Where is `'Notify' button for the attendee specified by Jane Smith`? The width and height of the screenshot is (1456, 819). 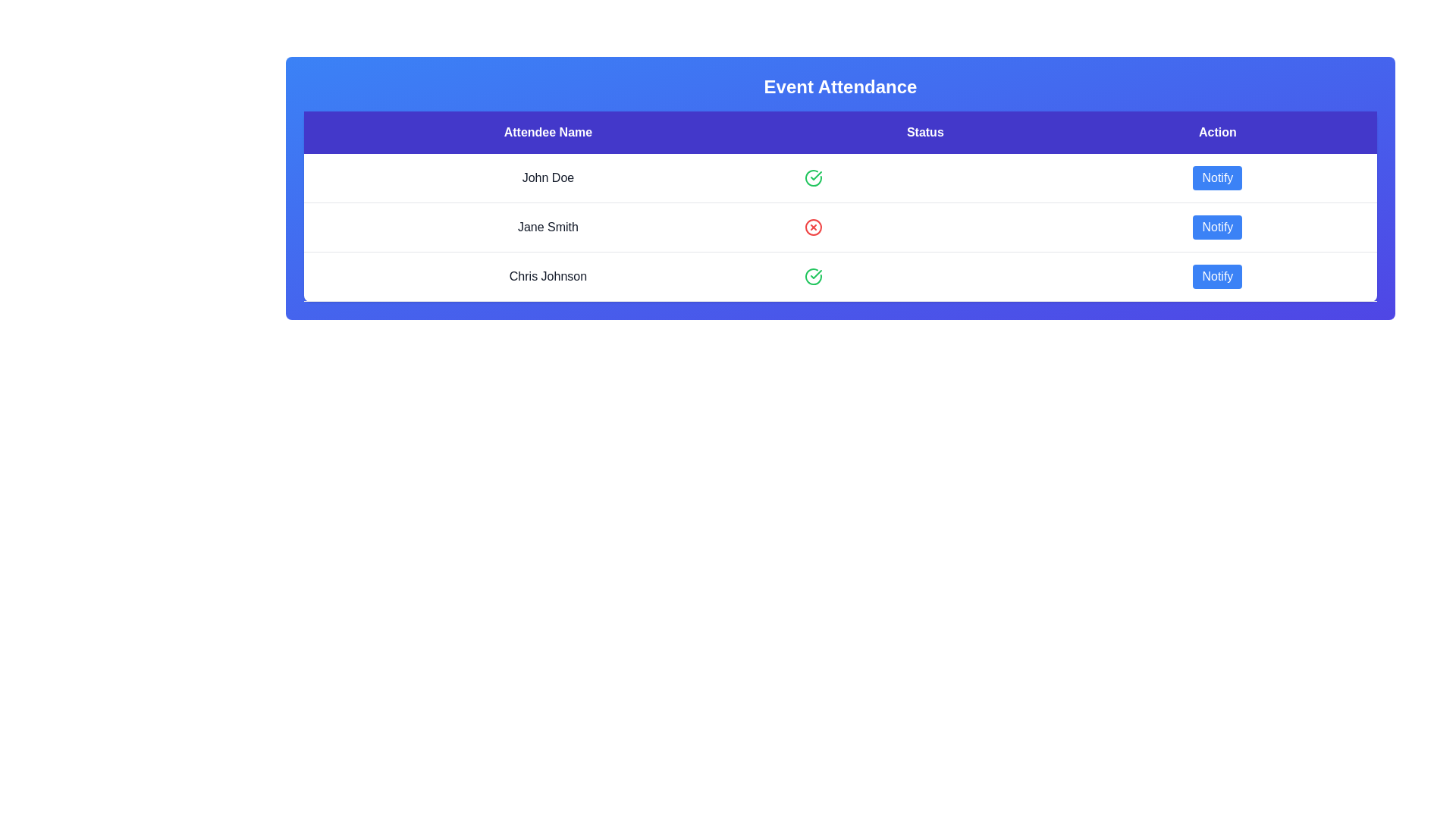 'Notify' button for the attendee specified by Jane Smith is located at coordinates (1217, 227).